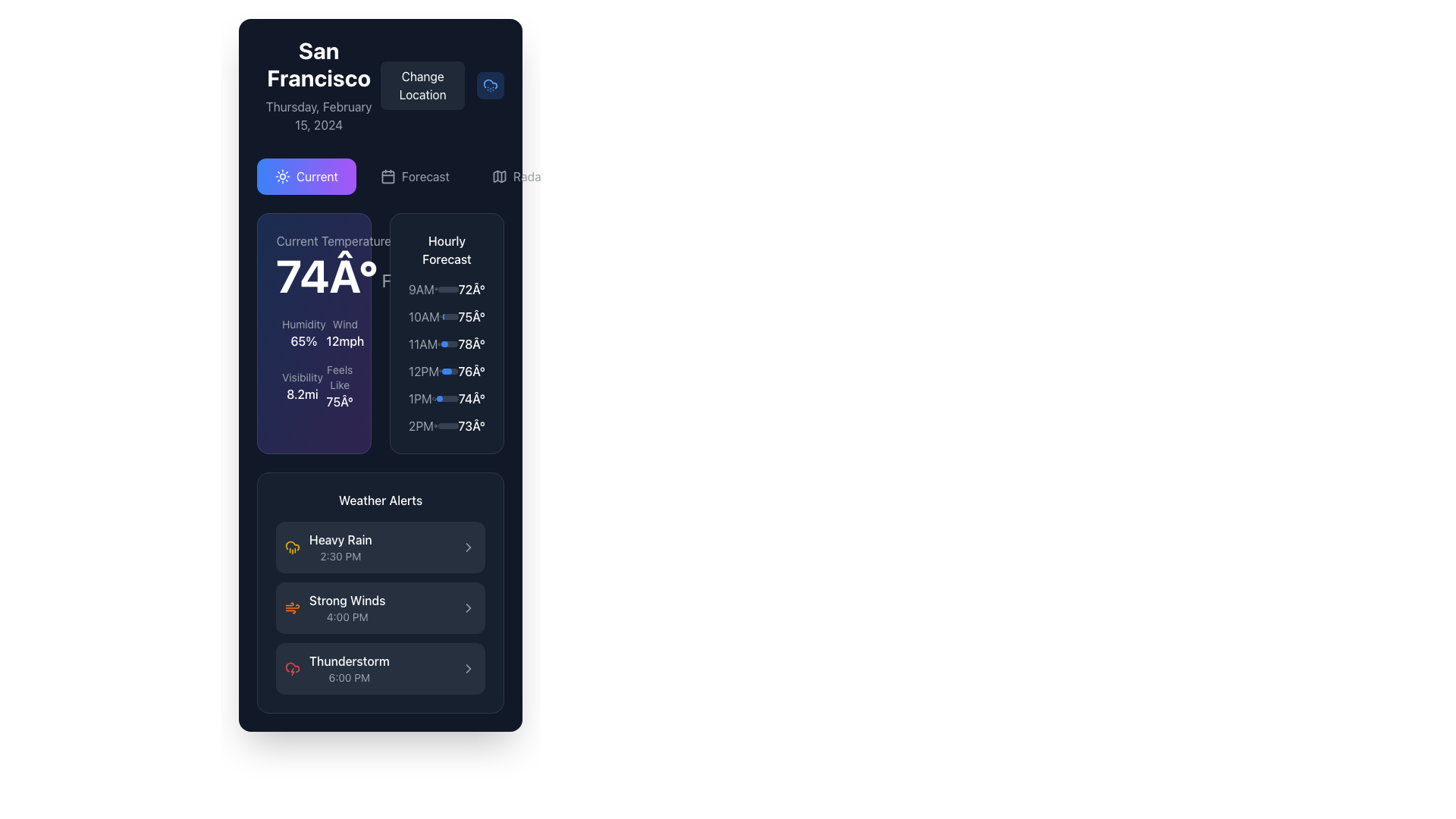 This screenshot has width=1456, height=819. I want to click on the third weather alert card for a thunderstorm occurring at 6:00 PM, so click(381, 668).